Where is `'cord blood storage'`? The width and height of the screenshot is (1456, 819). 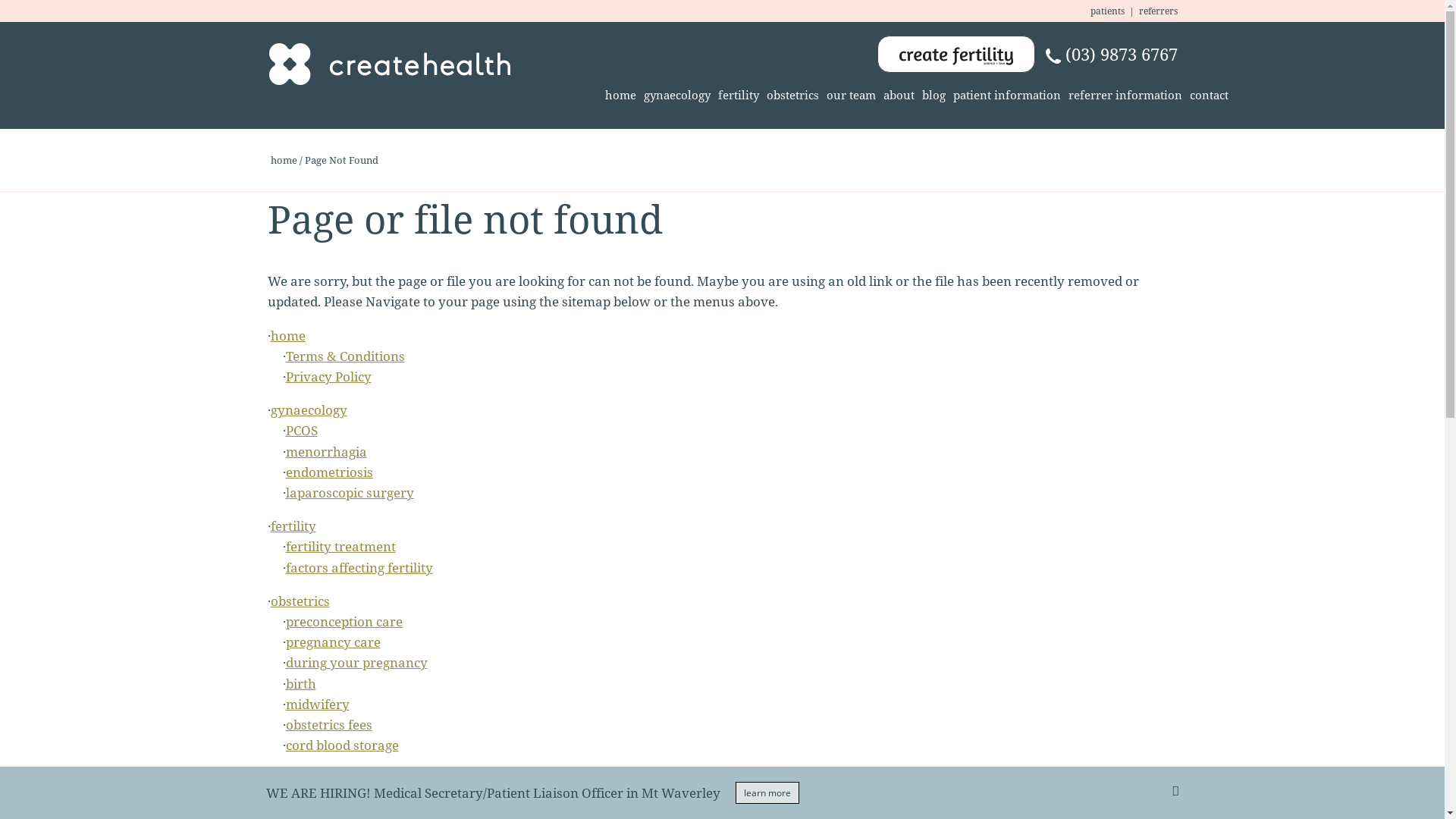 'cord blood storage' is located at coordinates (340, 744).